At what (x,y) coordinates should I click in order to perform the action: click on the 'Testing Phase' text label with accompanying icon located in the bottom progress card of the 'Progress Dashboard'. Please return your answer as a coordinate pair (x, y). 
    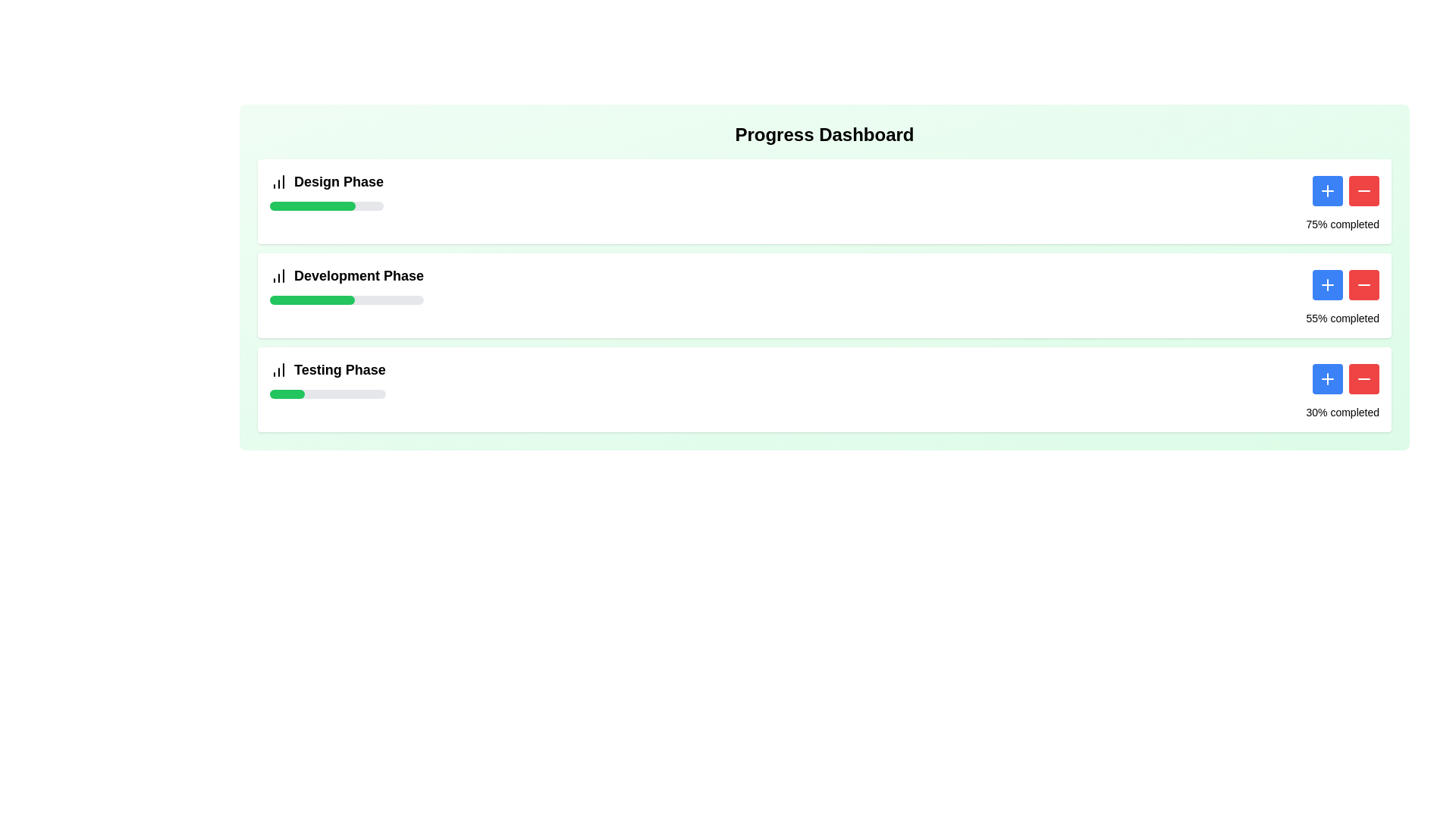
    Looking at the image, I should click on (327, 378).